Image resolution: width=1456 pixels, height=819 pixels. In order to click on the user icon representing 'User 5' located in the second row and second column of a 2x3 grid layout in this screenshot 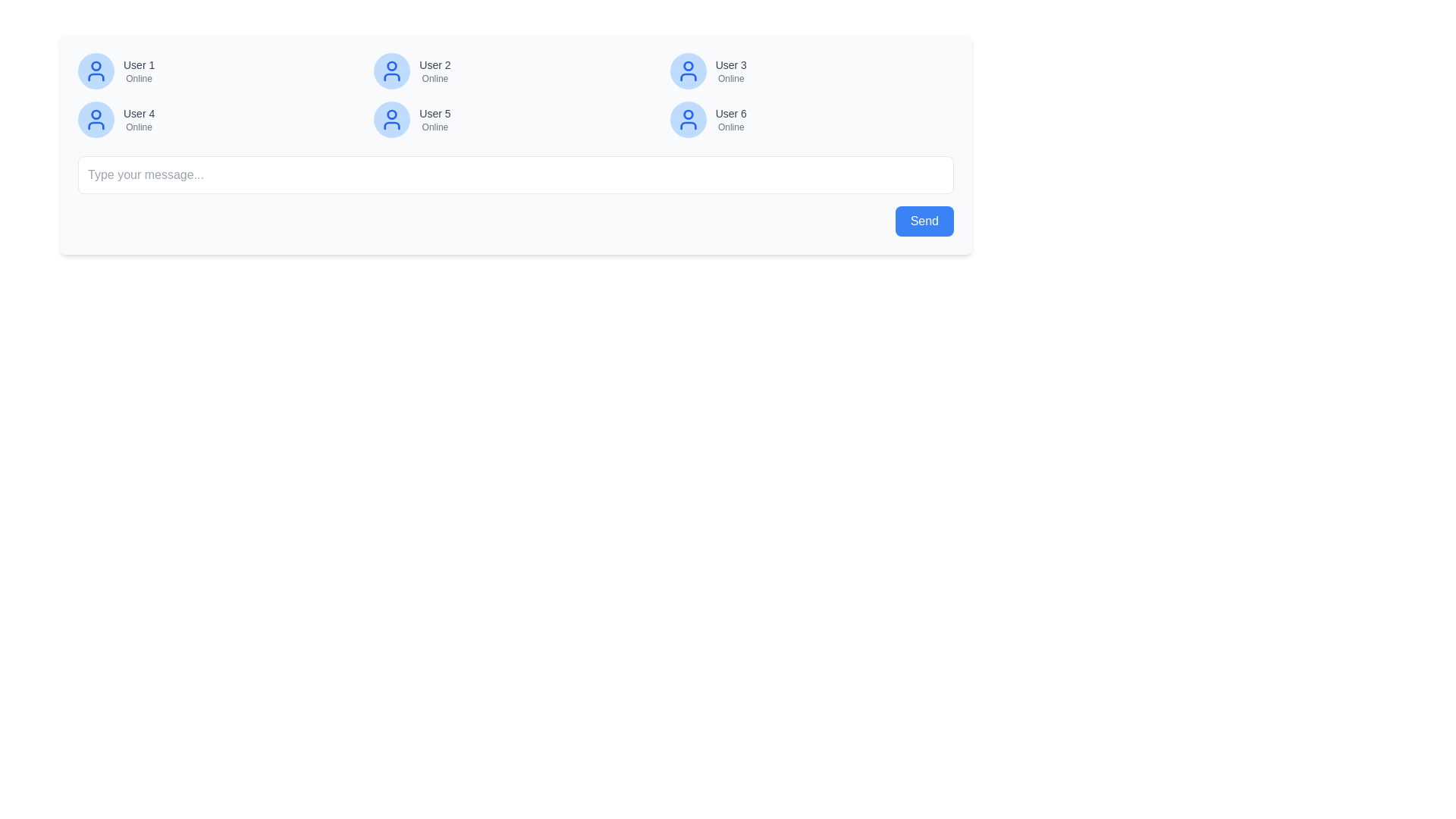, I will do `click(392, 119)`.